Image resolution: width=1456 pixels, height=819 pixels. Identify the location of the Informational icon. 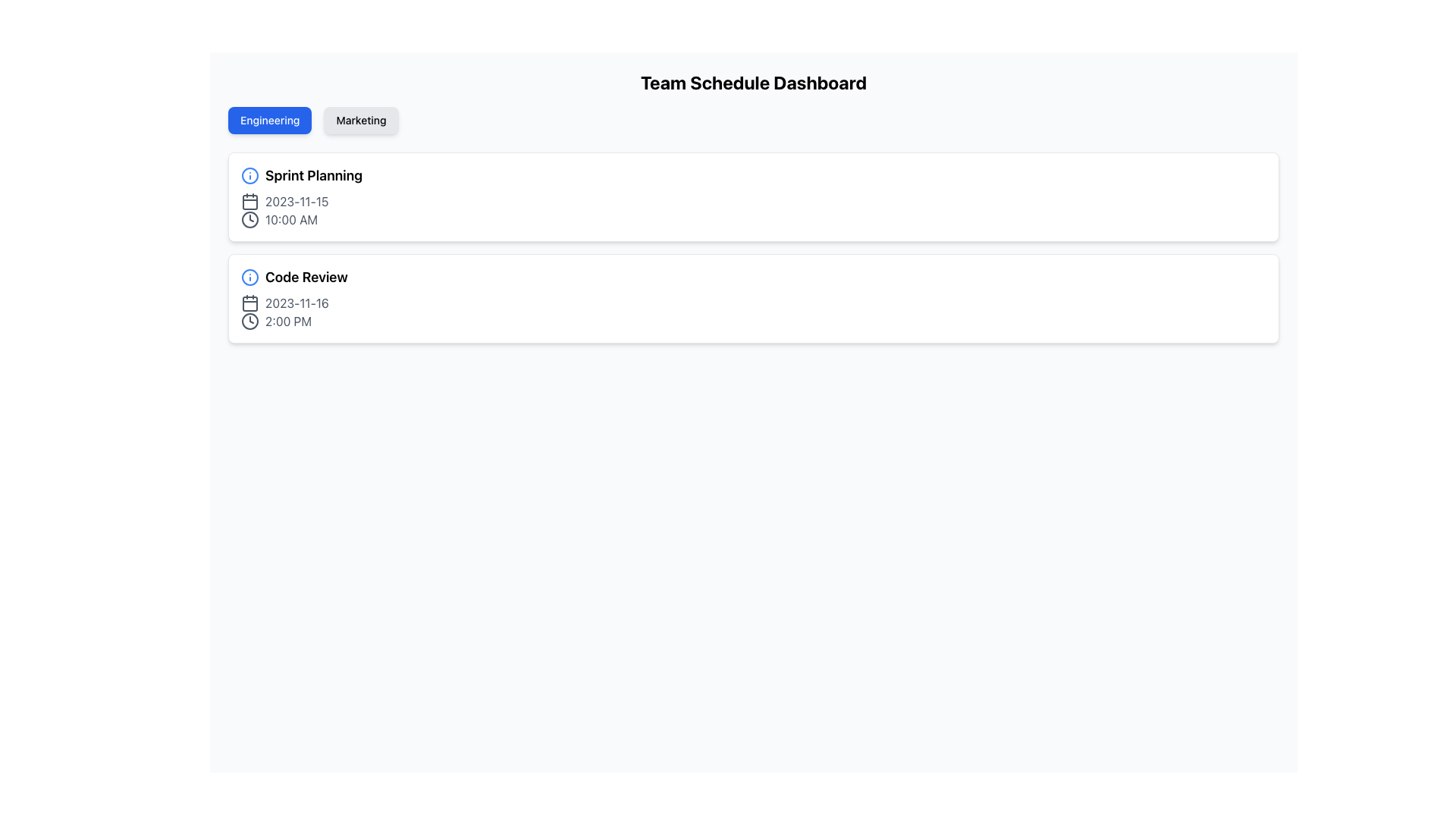
(250, 278).